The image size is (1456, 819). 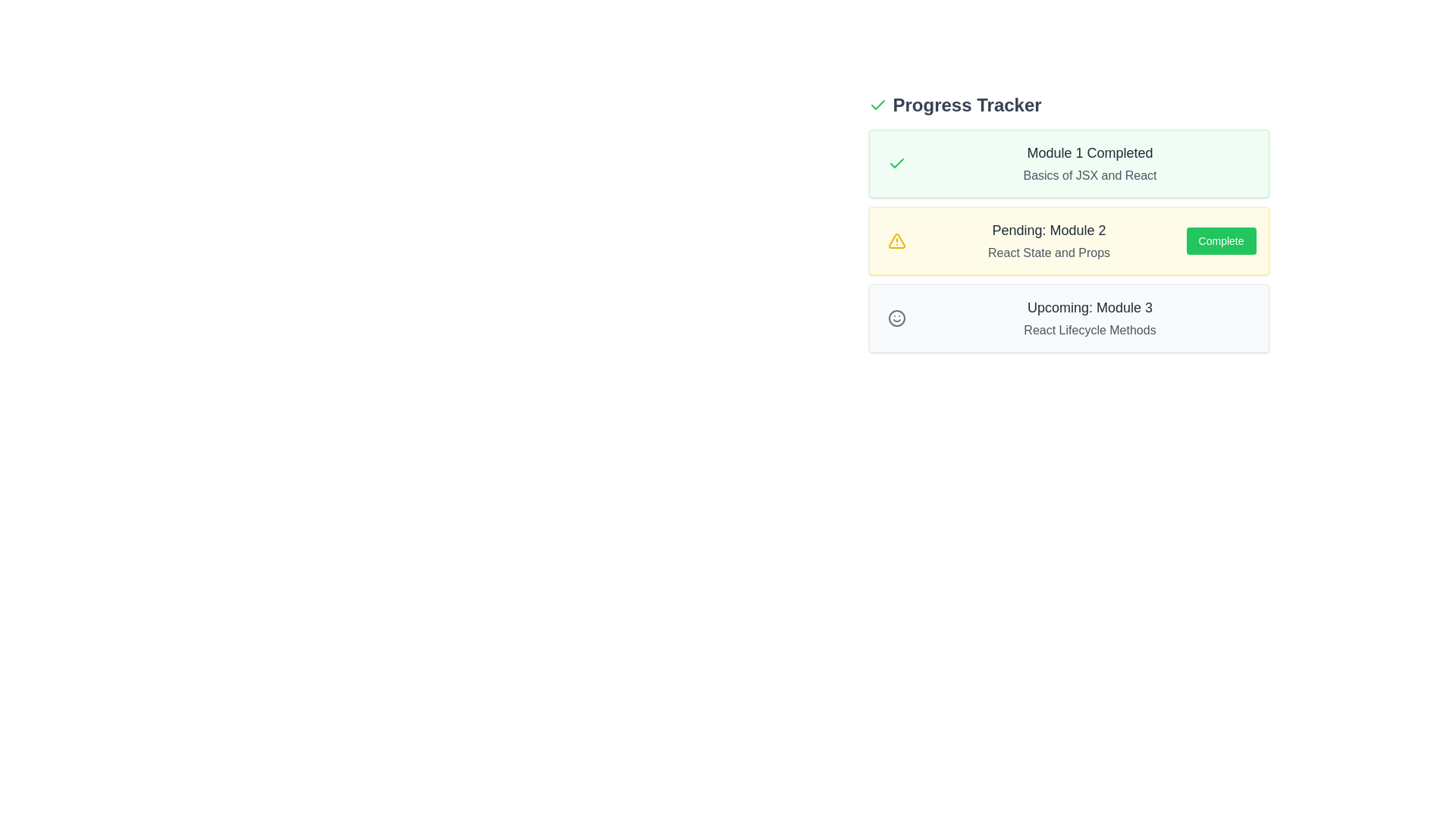 What do you see at coordinates (896, 164) in the screenshot?
I see `the visual indicator icon confirming the completion of Module 1 located in the top-left segment of the 'Module 1 Completed' progress card in the progress tracker` at bounding box center [896, 164].